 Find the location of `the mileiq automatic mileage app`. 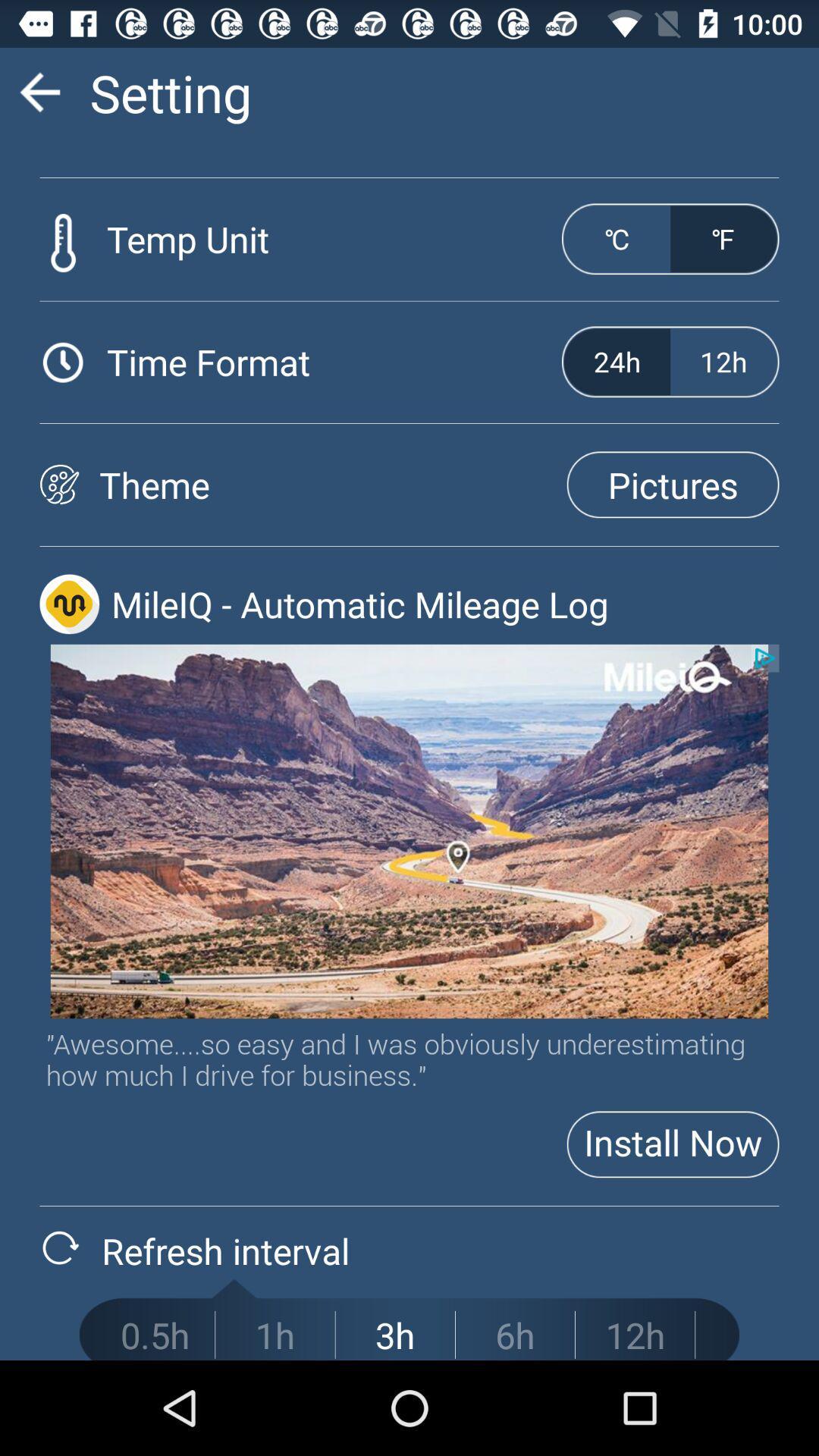

the mileiq automatic mileage app is located at coordinates (444, 603).